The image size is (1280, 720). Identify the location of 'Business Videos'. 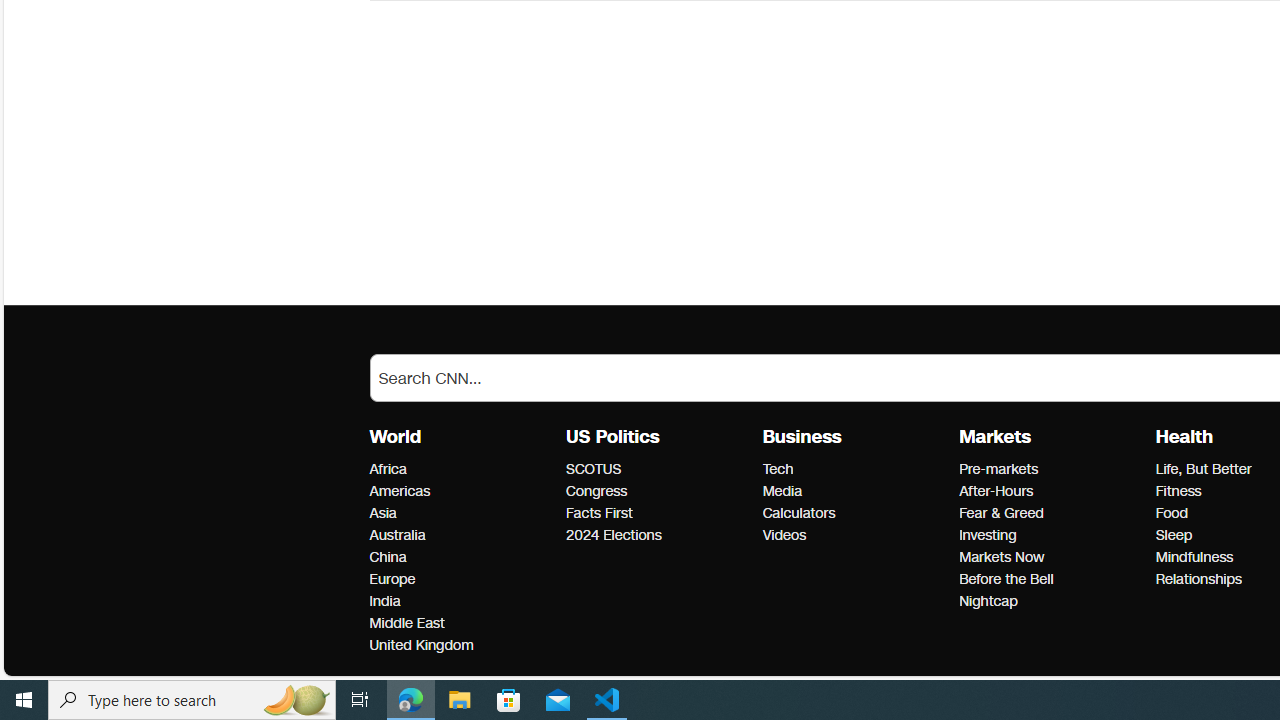
(783, 534).